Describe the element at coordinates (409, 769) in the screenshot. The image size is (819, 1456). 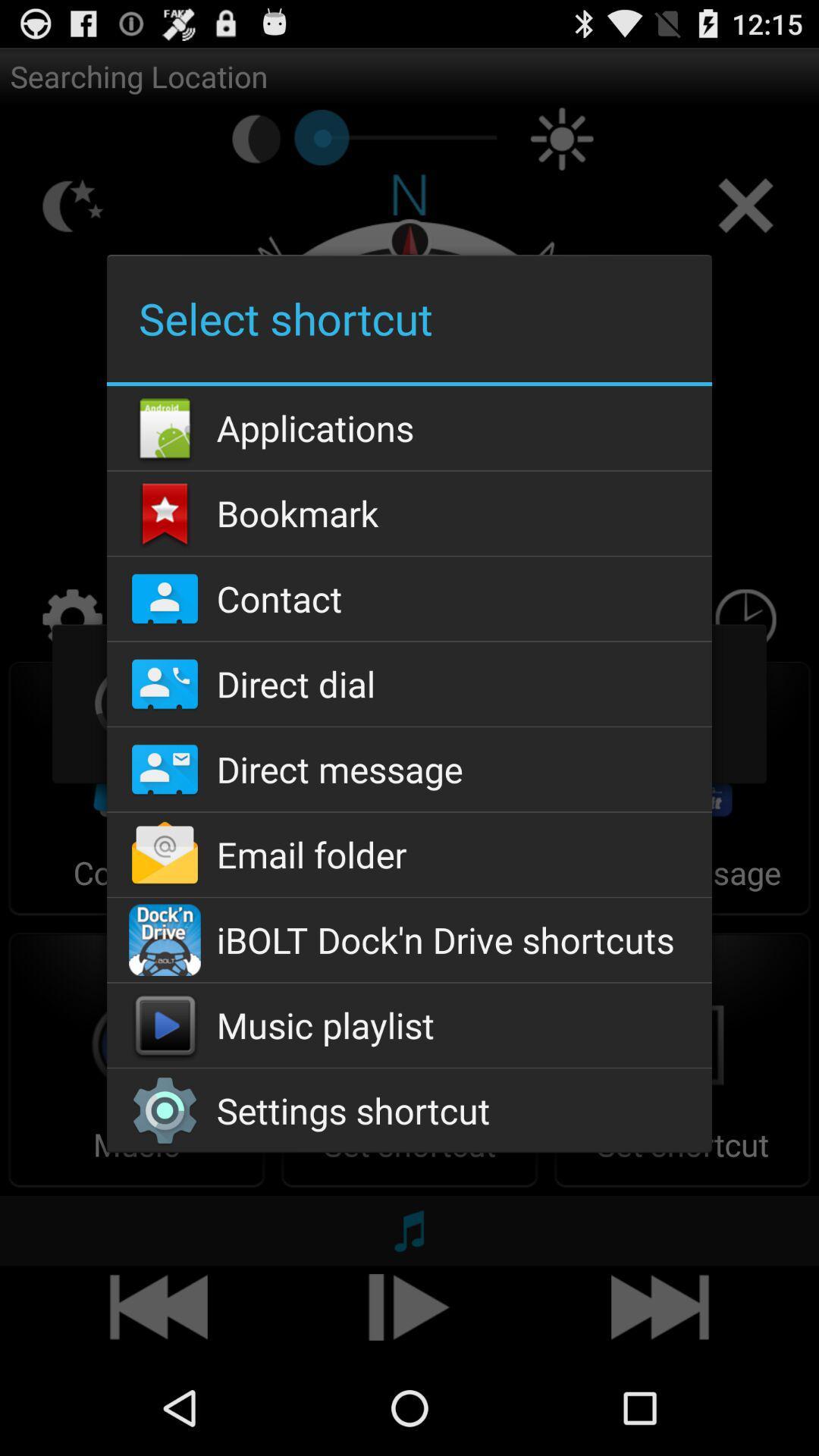
I see `icon above the email folder app` at that location.